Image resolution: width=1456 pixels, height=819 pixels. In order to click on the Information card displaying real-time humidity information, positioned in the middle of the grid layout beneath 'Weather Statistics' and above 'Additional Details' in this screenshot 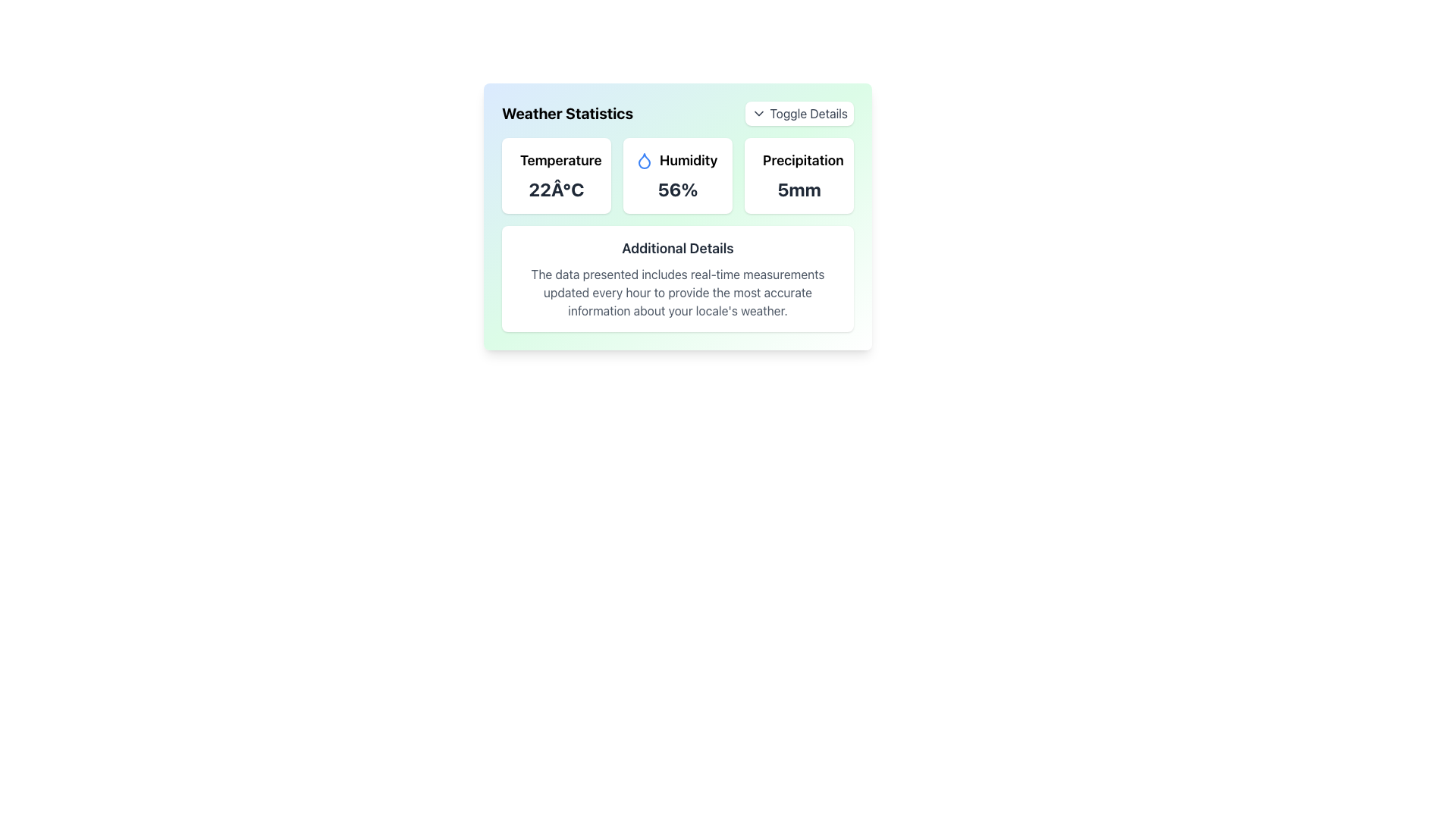, I will do `click(676, 174)`.